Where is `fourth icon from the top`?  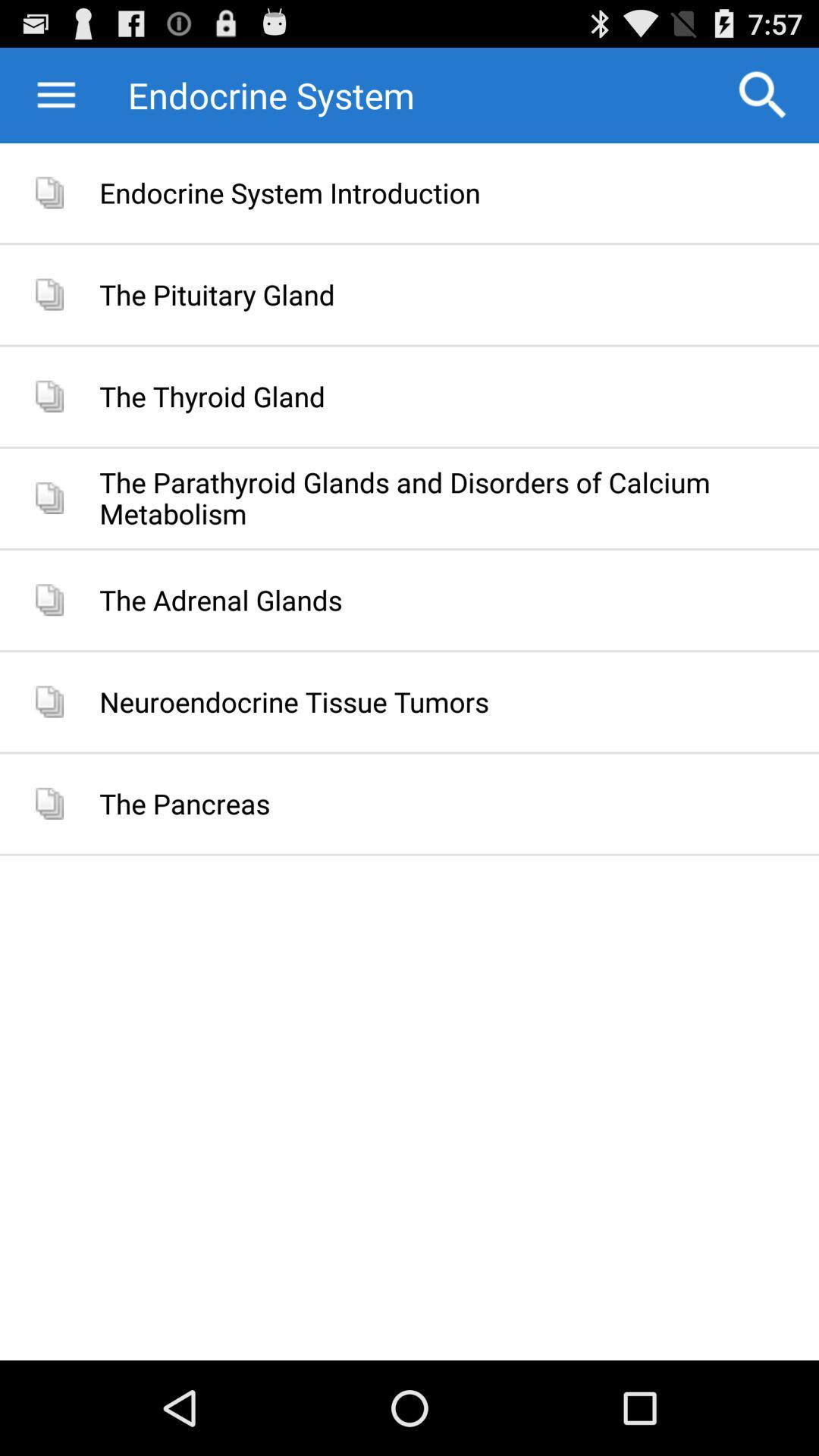
fourth icon from the top is located at coordinates (49, 498).